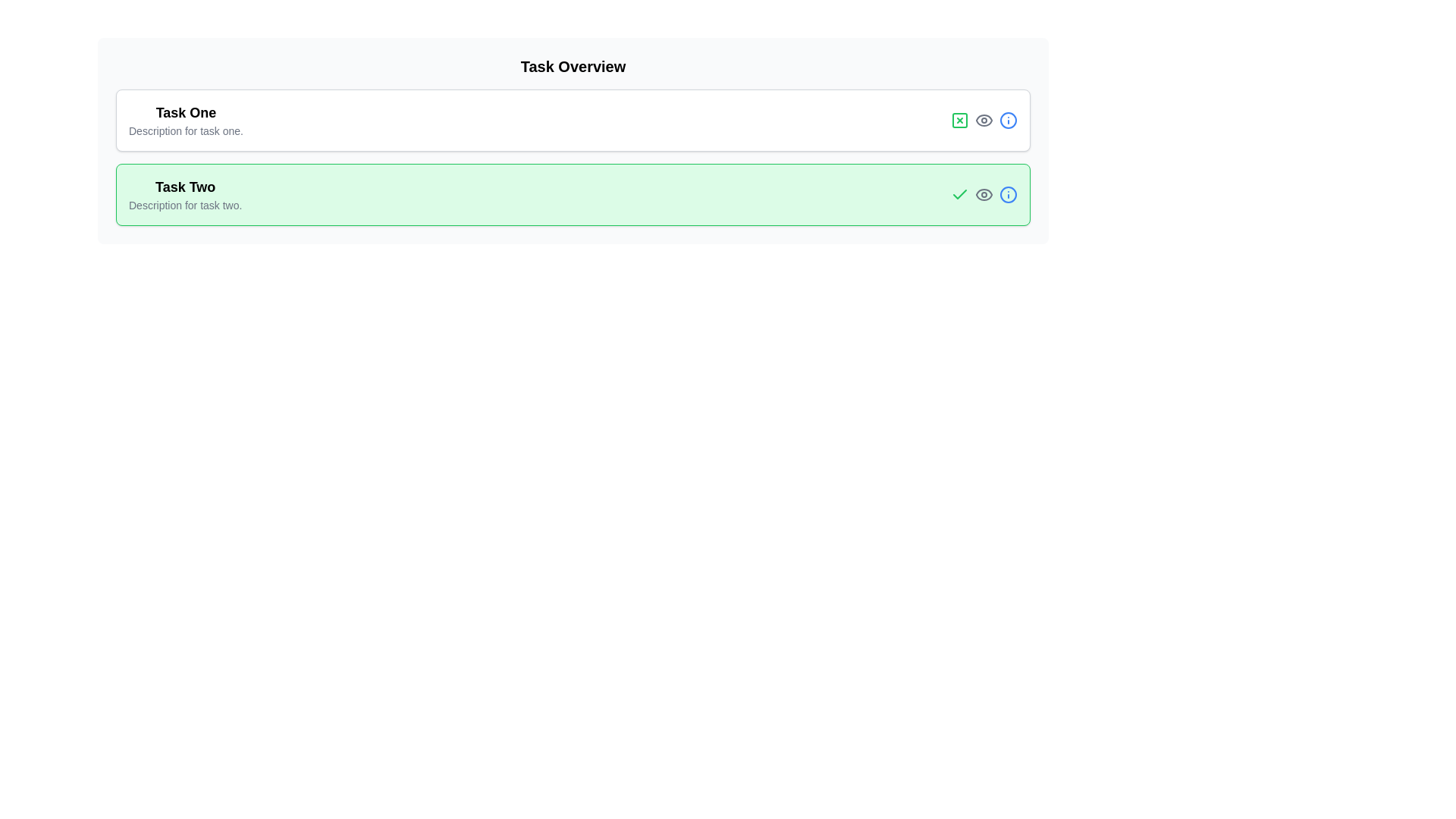  What do you see at coordinates (959, 194) in the screenshot?
I see `the green checkmark icon displayed in SVG format with a light green background` at bounding box center [959, 194].